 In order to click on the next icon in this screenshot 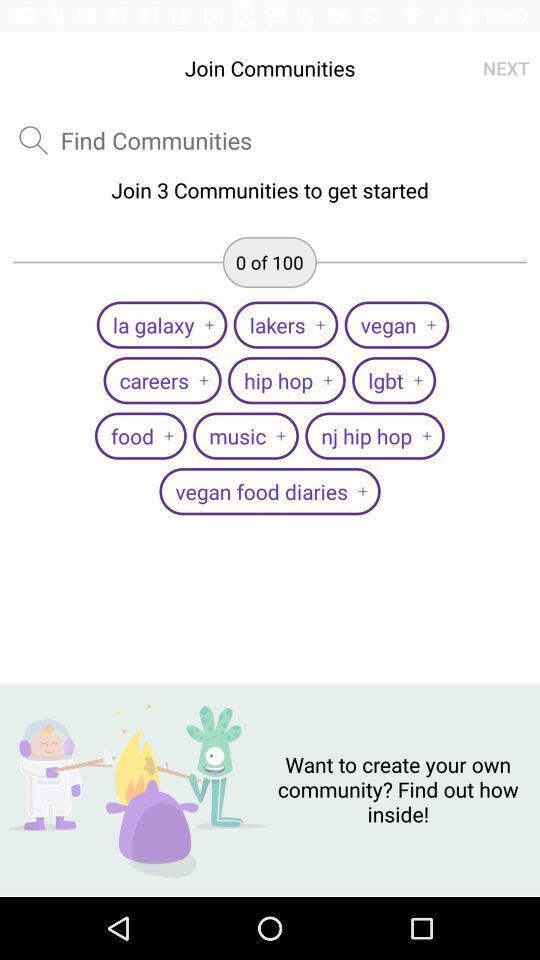, I will do `click(505, 68)`.